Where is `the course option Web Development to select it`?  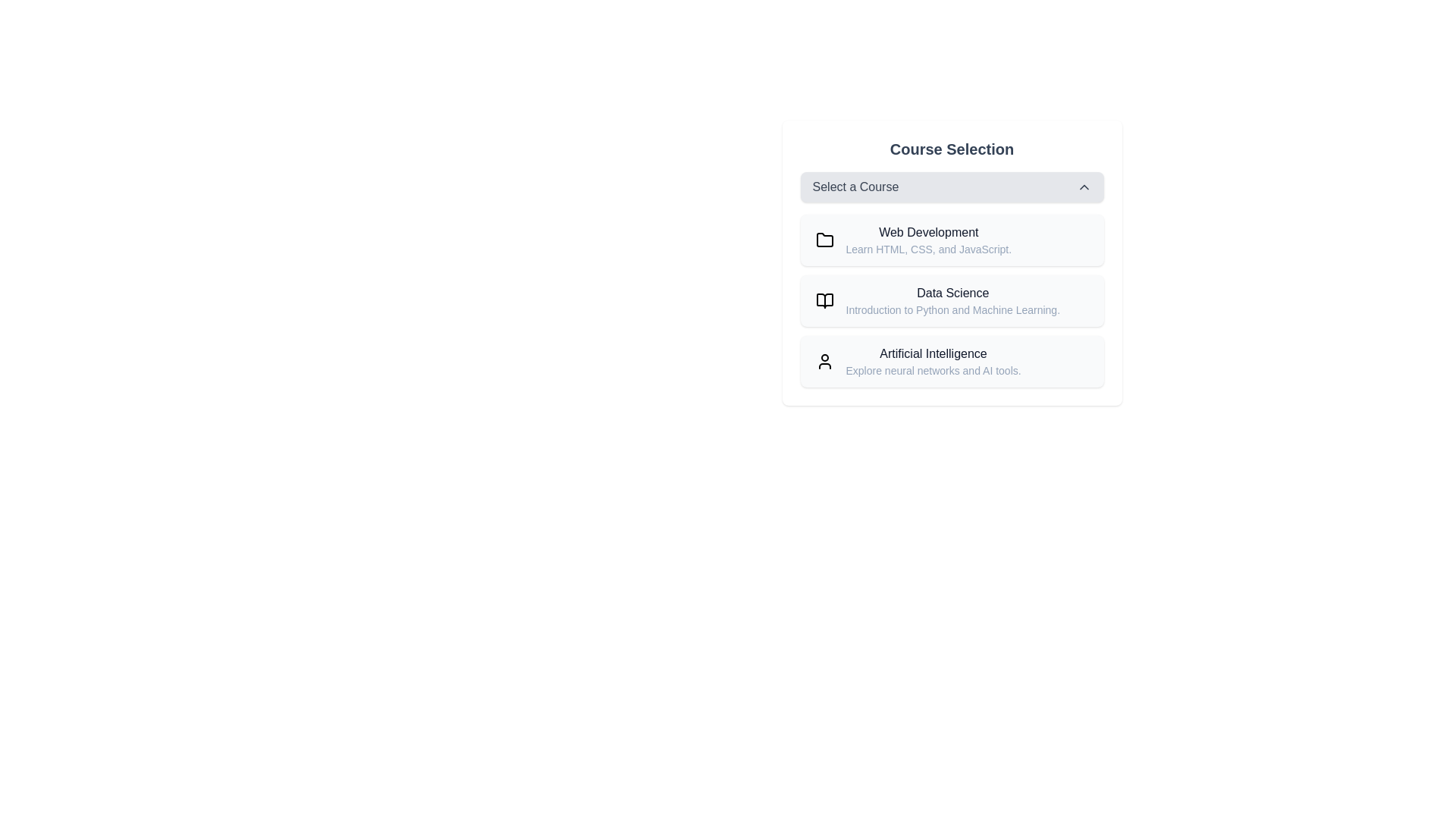
the course option Web Development to select it is located at coordinates (951, 239).